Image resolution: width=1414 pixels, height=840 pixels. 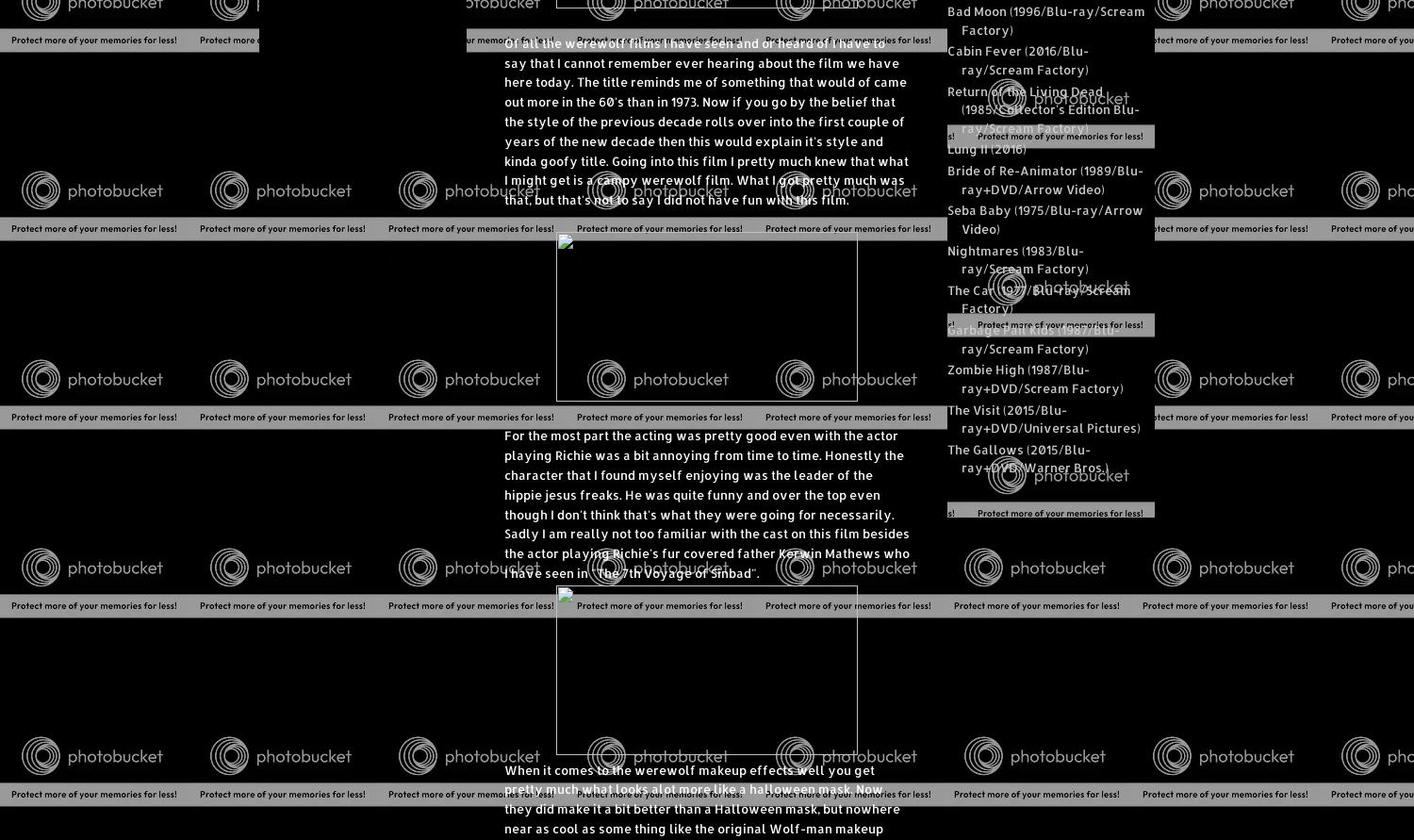 What do you see at coordinates (705, 120) in the screenshot?
I see `'Of all the werewolf films I have seen and or heard of I have to say that I cannot remember ever hearing about the film we have here today. The title reminds me of something that would of came out more in the 60's than in 1973. Now if you go by the belief that the style of the previous decade rolls over into the first couple of years of the new decade then this would explain it's style and kinda goofy title. Going into this film I pretty much knew that what I might get is a campy werewolf film. What I got pretty much was that, but that's not to say I did not have fun with this film.'` at bounding box center [705, 120].